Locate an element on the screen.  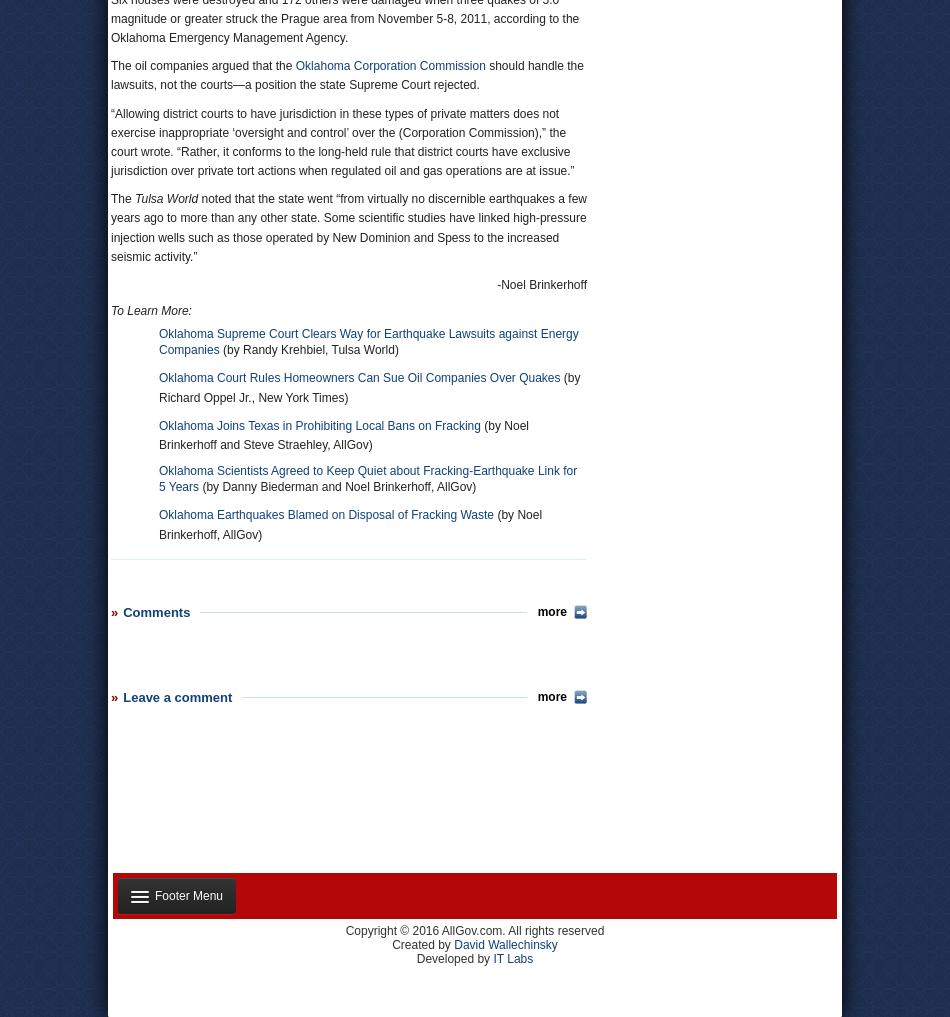
'David Wallechinsky' is located at coordinates (505, 943).